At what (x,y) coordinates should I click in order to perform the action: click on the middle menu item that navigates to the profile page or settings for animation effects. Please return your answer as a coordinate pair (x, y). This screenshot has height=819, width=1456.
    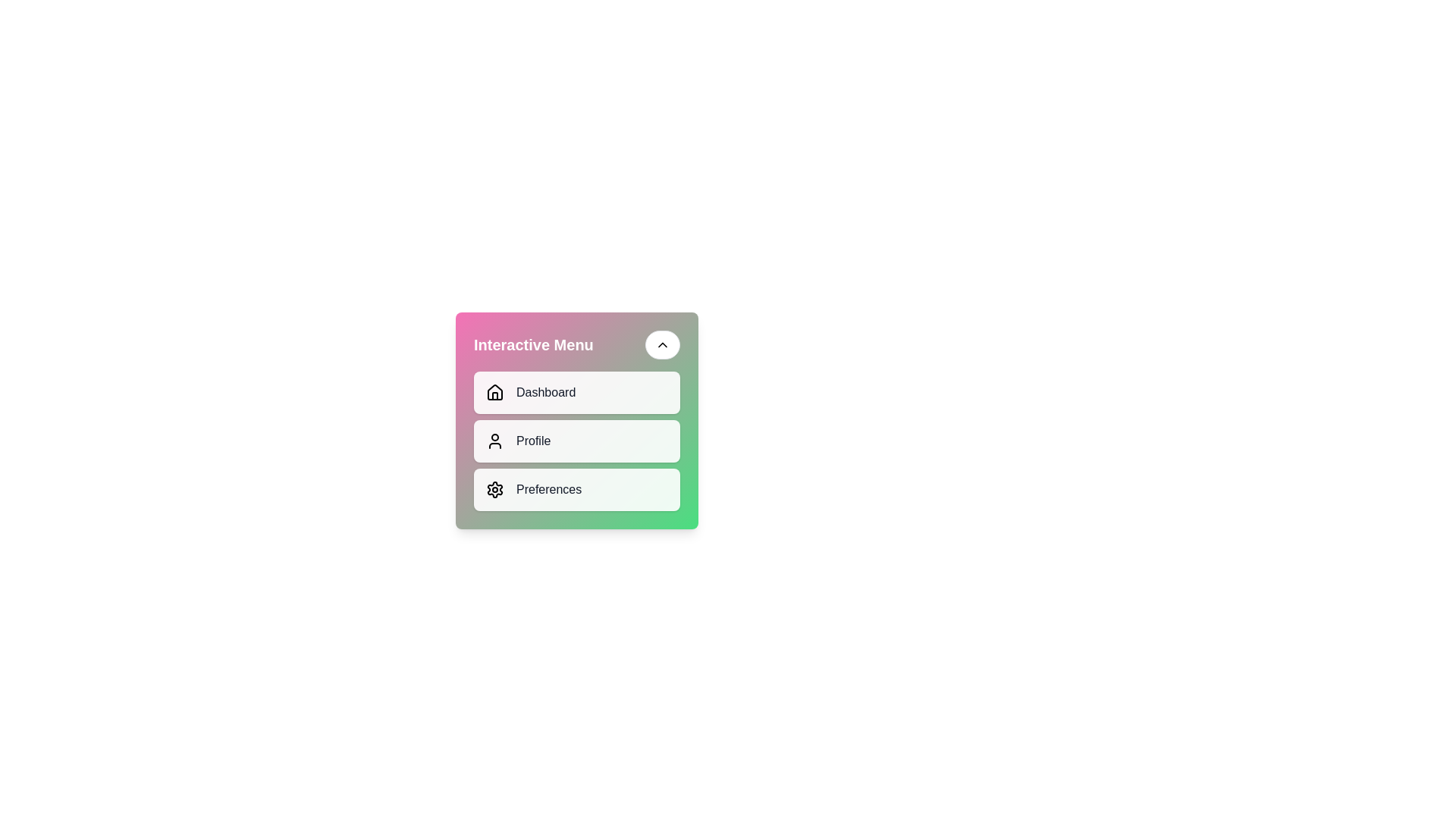
    Looking at the image, I should click on (576, 441).